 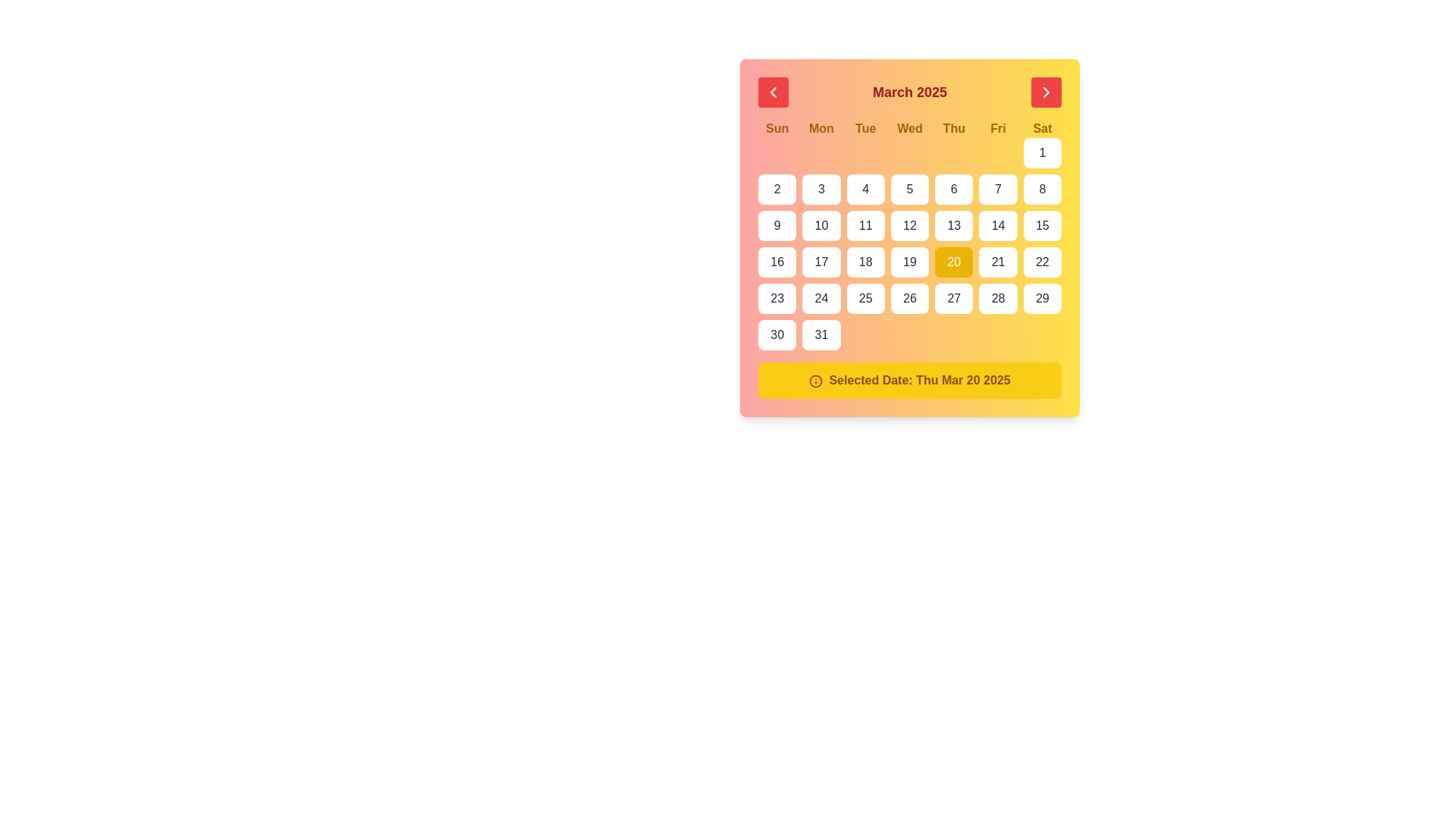 What do you see at coordinates (821, 334) in the screenshot?
I see `the date selection button for March 31, 2025, located in the last column of the final row of the calendar grid` at bounding box center [821, 334].